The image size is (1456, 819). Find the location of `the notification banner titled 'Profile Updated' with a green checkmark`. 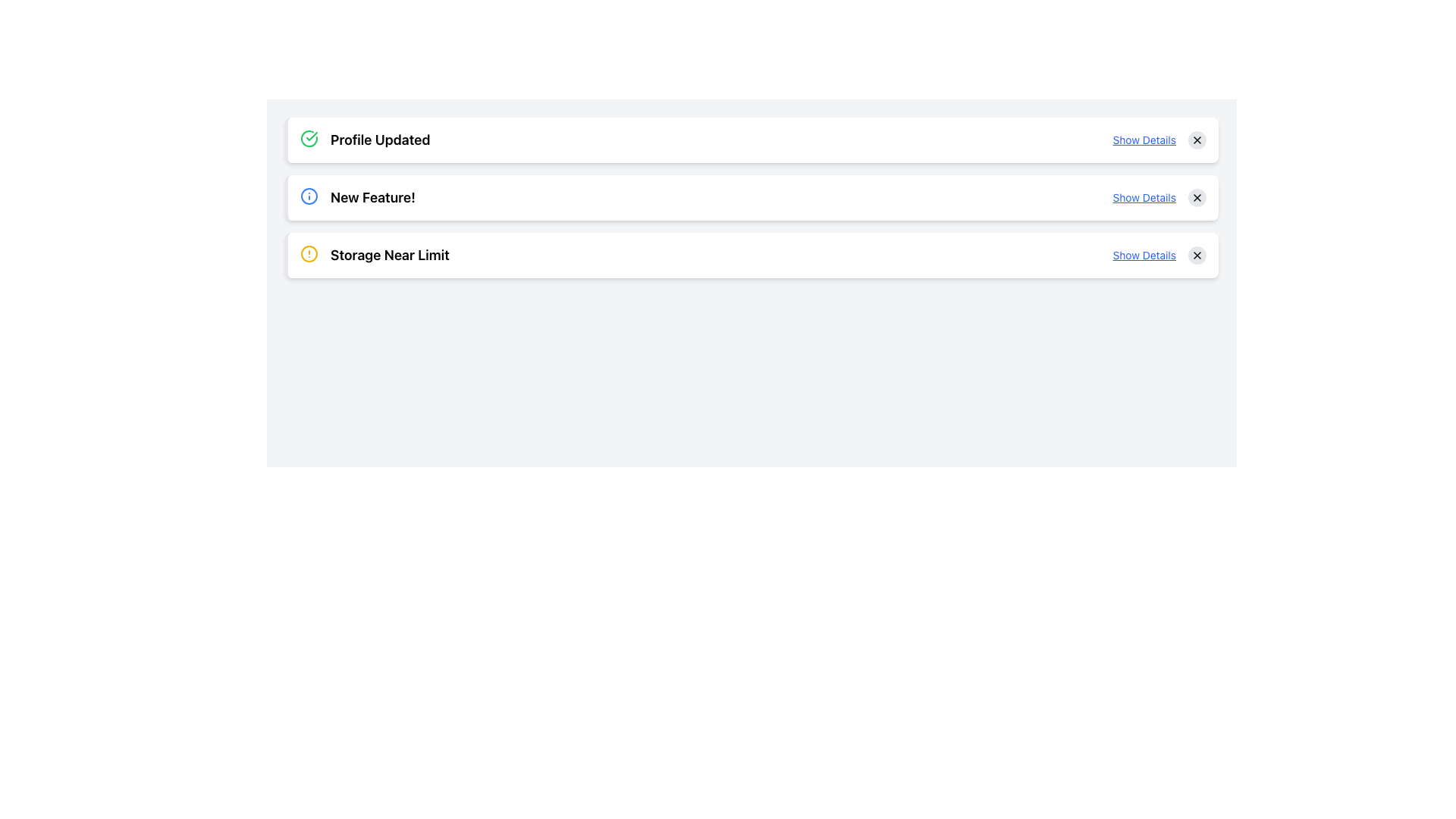

the notification banner titled 'Profile Updated' with a green checkmark is located at coordinates (365, 140).